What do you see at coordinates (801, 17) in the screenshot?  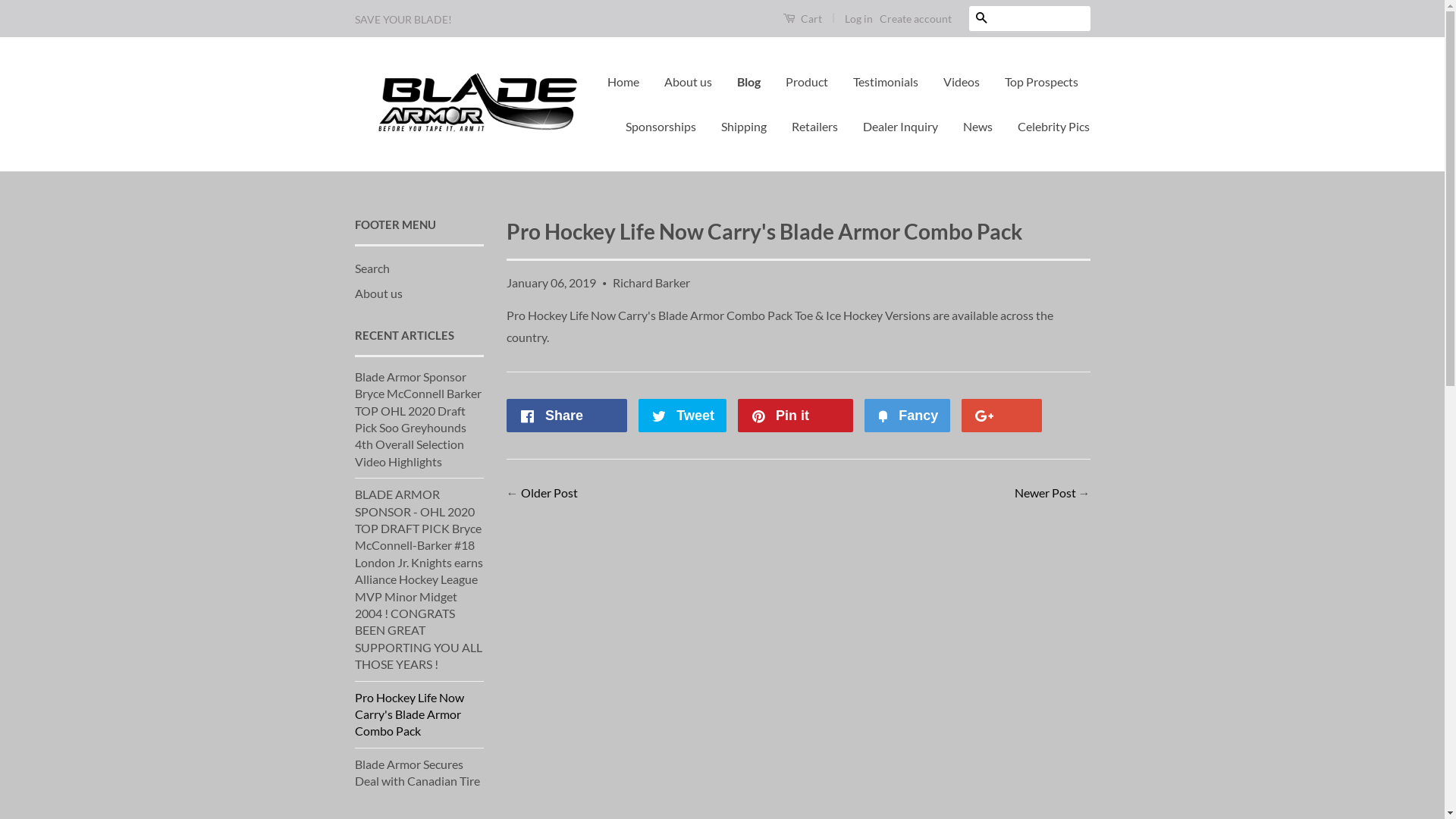 I see `'Cart'` at bounding box center [801, 17].